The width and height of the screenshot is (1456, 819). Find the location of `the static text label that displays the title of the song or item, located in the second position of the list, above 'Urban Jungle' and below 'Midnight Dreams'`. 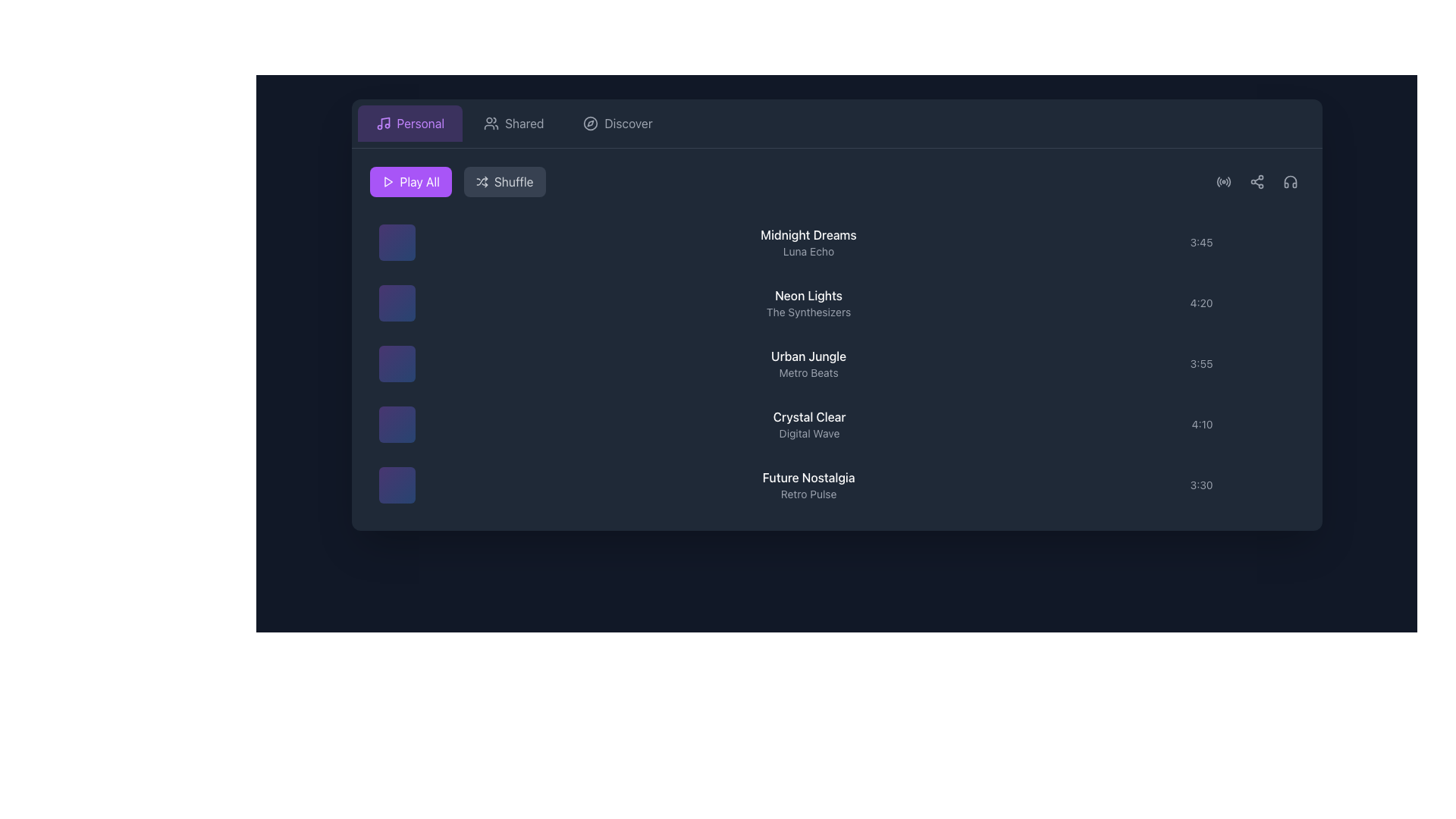

the static text label that displays the title of the song or item, located in the second position of the list, above 'Urban Jungle' and below 'Midnight Dreams' is located at coordinates (808, 295).